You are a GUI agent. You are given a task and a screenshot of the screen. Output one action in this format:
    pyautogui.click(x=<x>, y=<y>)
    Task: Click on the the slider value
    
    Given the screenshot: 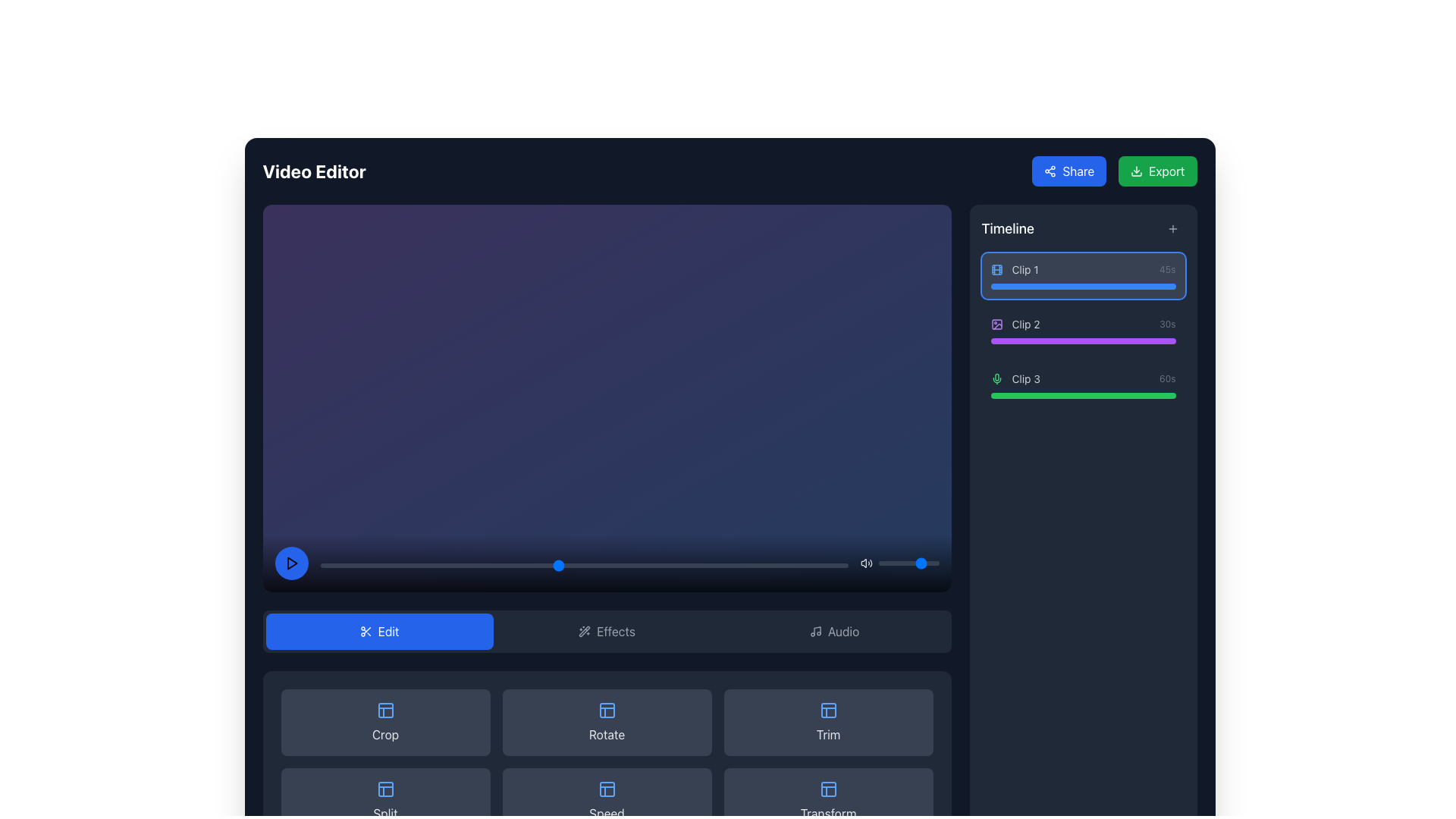 What is the action you would take?
    pyautogui.click(x=884, y=563)
    